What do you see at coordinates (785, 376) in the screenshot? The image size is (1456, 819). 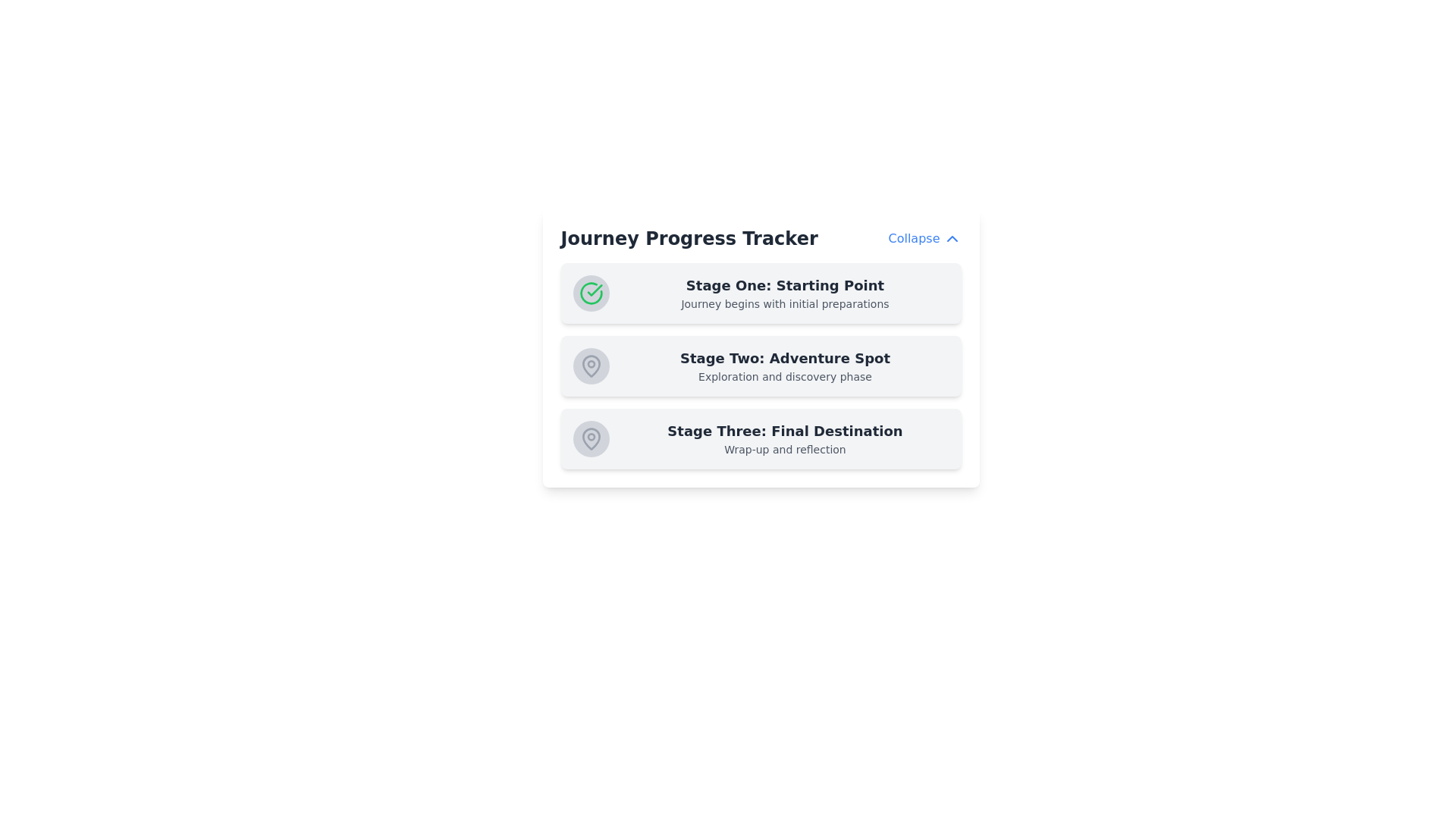 I see `the text label that reads 'Exploration and discovery phase', which is styled in gray and positioned below the heading 'Stage Two: Adventure Spot'` at bounding box center [785, 376].